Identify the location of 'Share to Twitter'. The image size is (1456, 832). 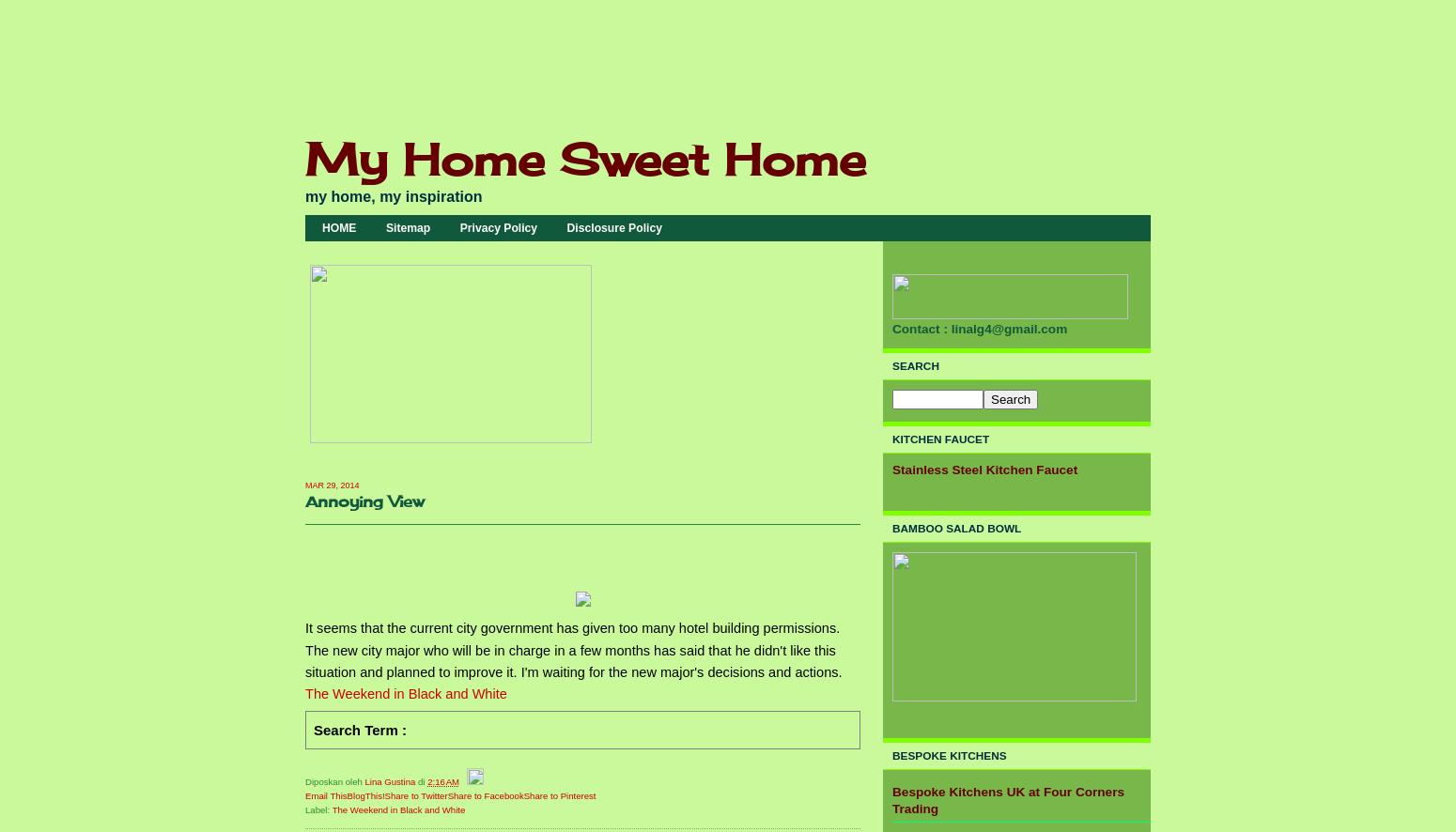
(415, 793).